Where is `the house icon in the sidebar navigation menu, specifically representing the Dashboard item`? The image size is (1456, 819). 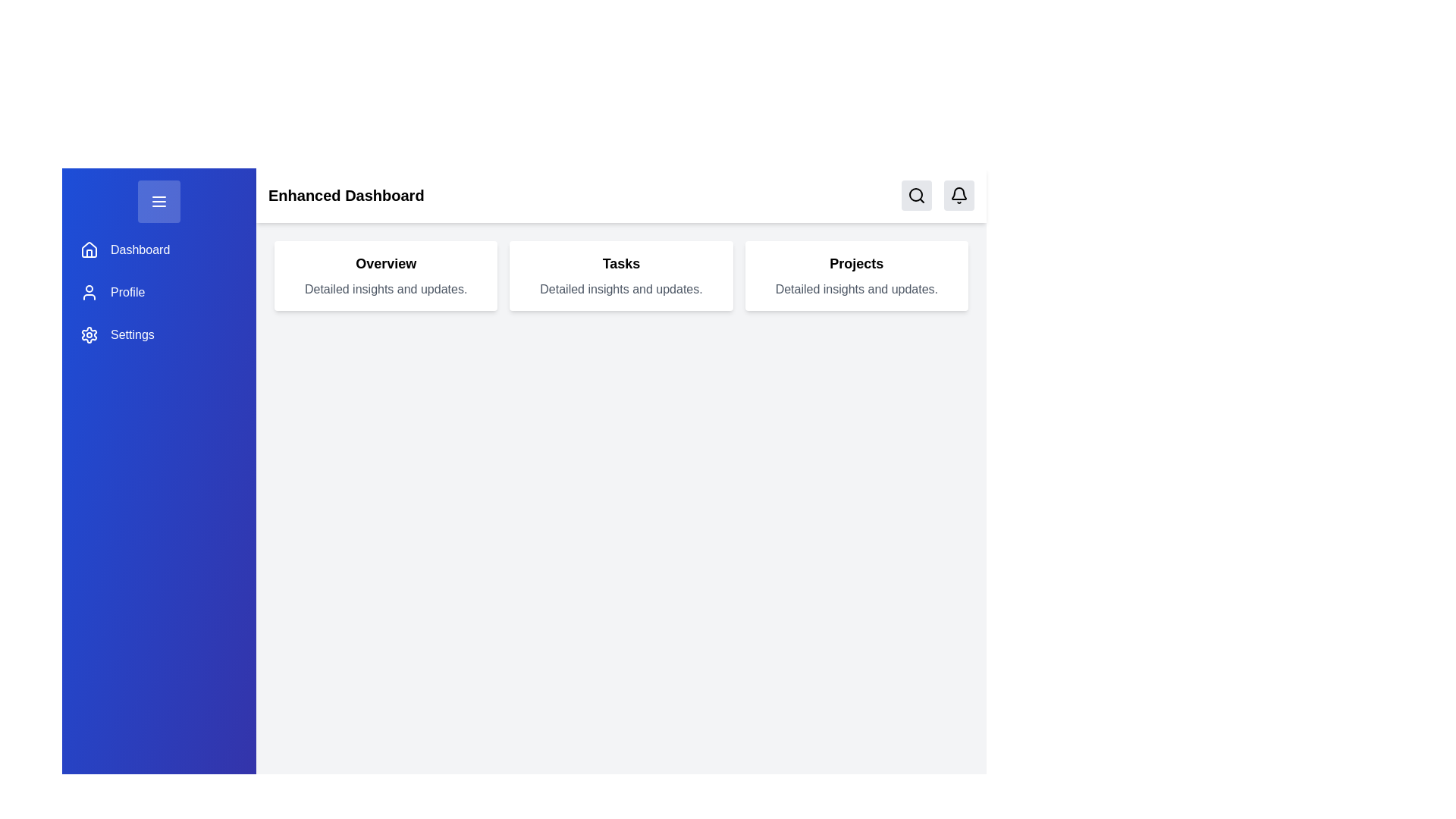
the house icon in the sidebar navigation menu, specifically representing the Dashboard item is located at coordinates (89, 253).